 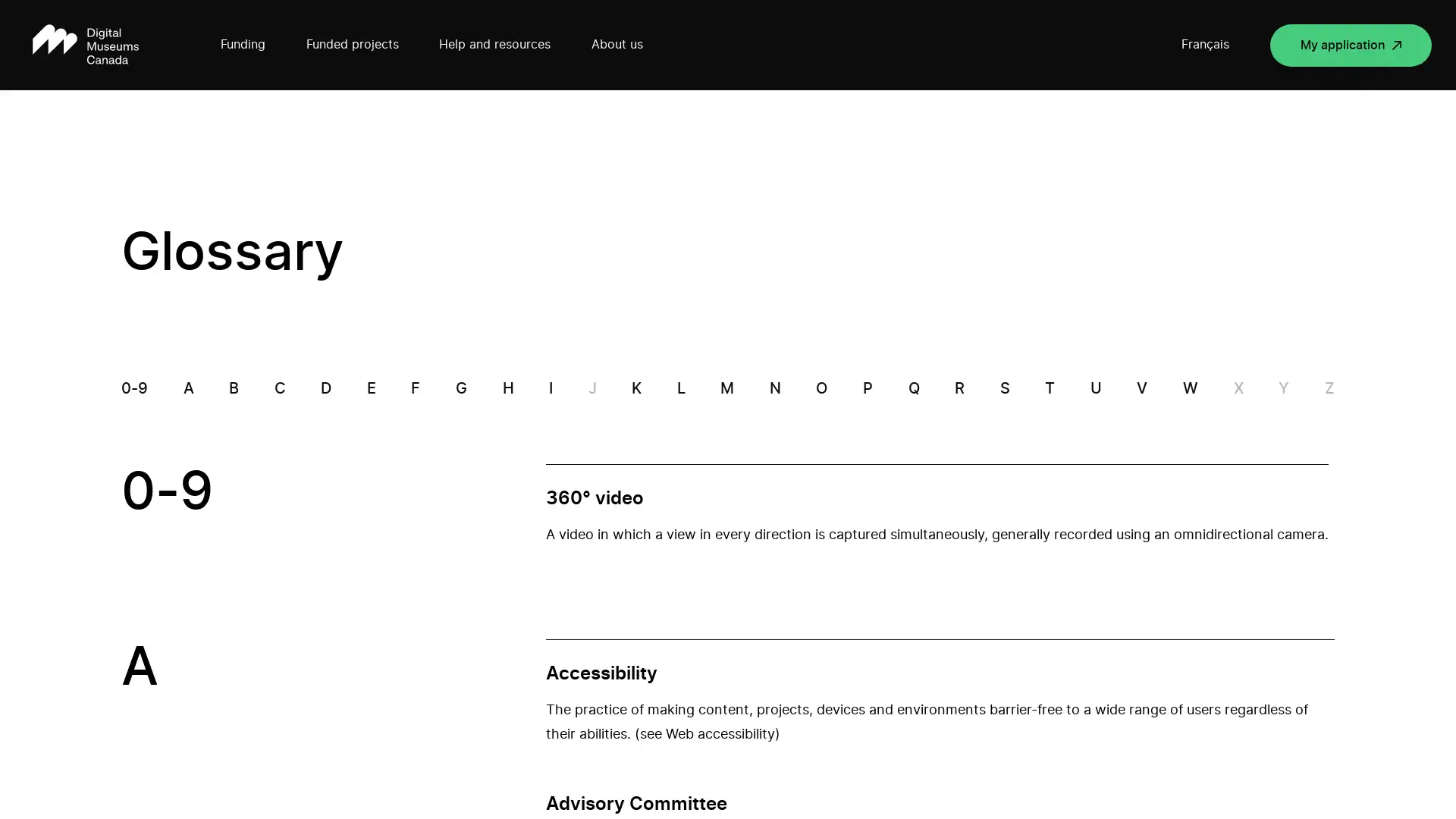 What do you see at coordinates (821, 388) in the screenshot?
I see `O` at bounding box center [821, 388].